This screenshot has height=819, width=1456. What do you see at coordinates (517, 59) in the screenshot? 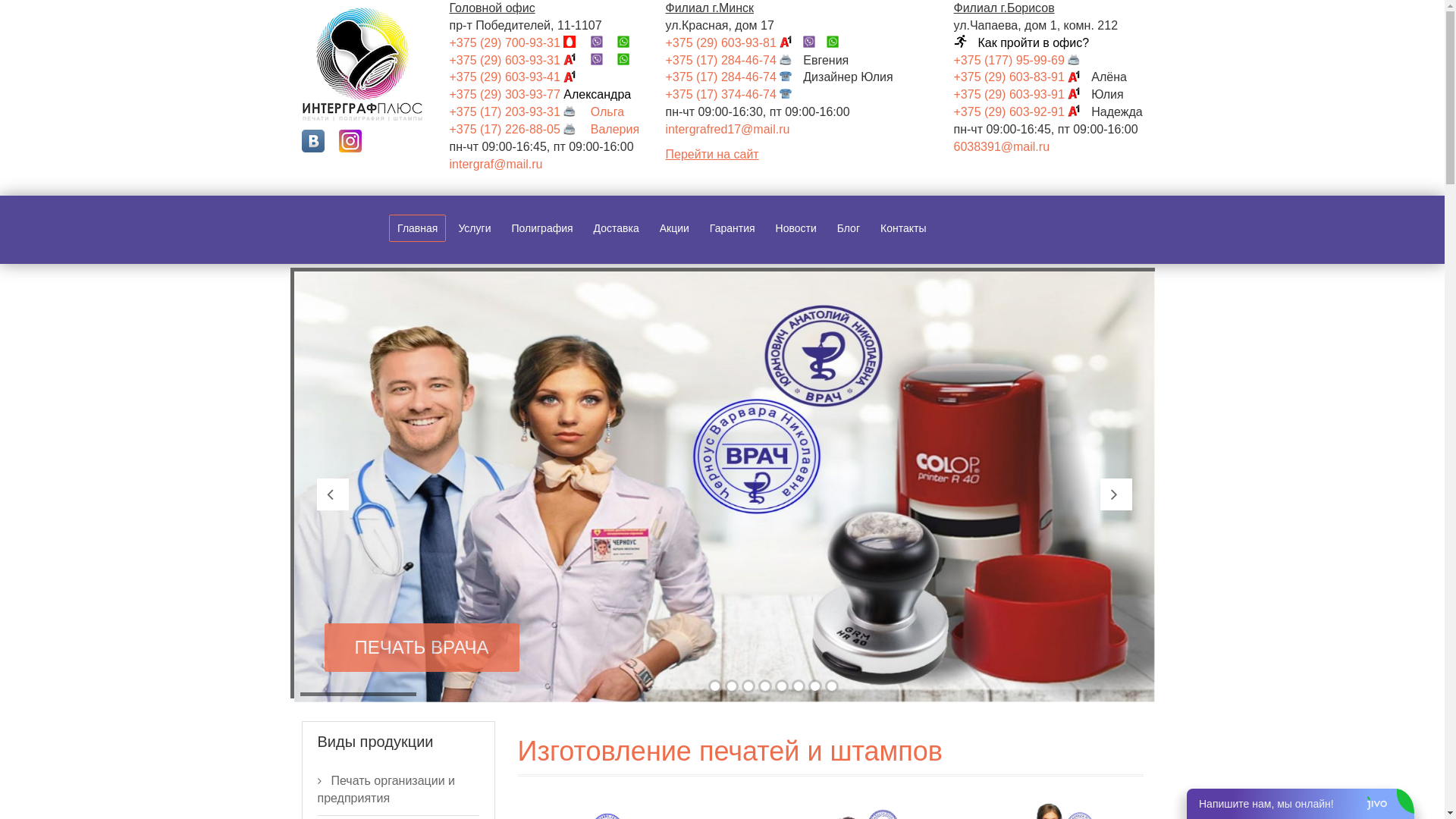
I see `'+375 (29) 603-93-31 '` at bounding box center [517, 59].